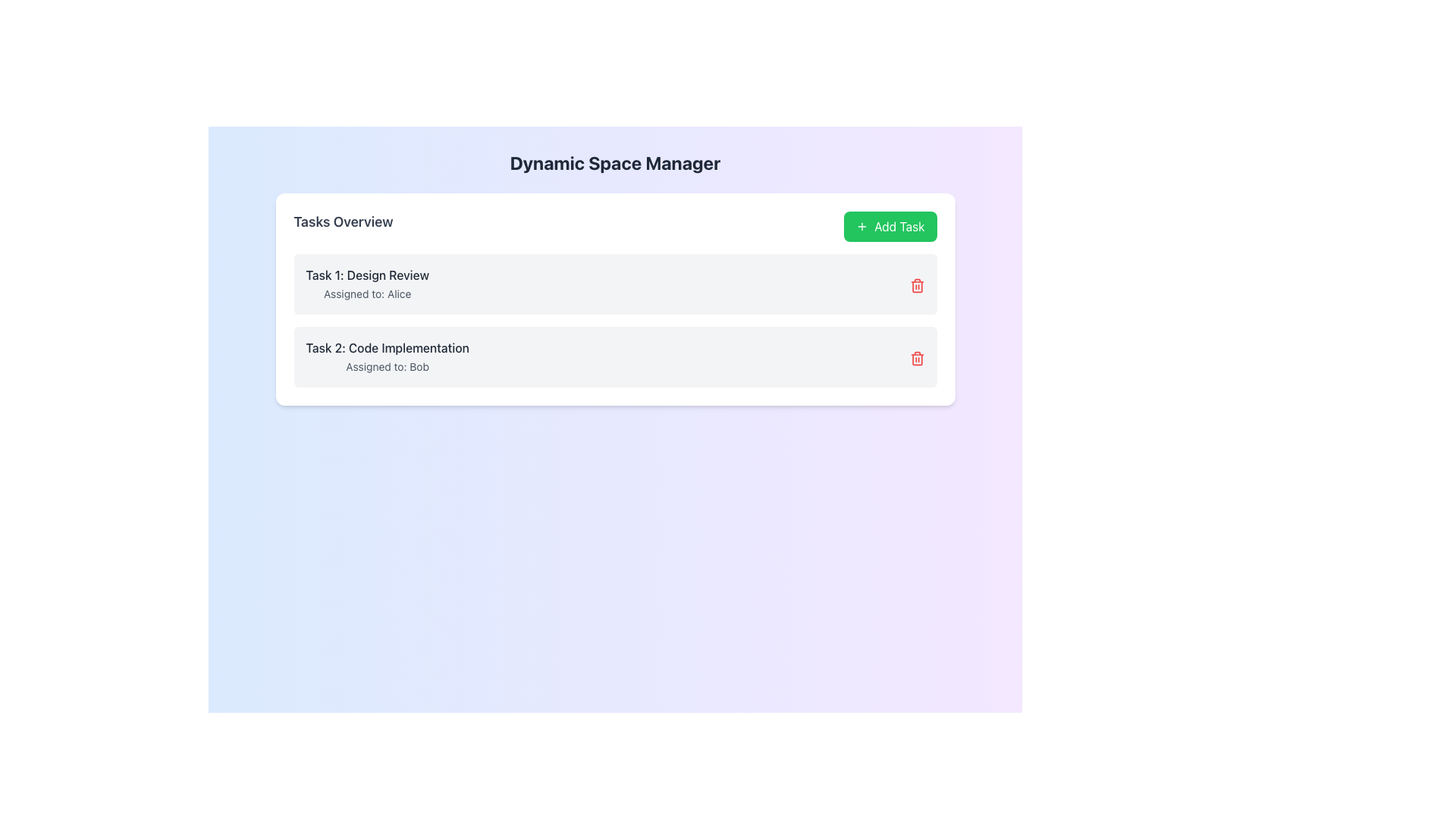 This screenshot has width=1456, height=819. Describe the element at coordinates (367, 284) in the screenshot. I see `the task card associated with the text element that displays 'Task 1: Design Review' and 'Assigned to: Alice', located centrally within the first task card under 'Tasks Overview'` at that location.